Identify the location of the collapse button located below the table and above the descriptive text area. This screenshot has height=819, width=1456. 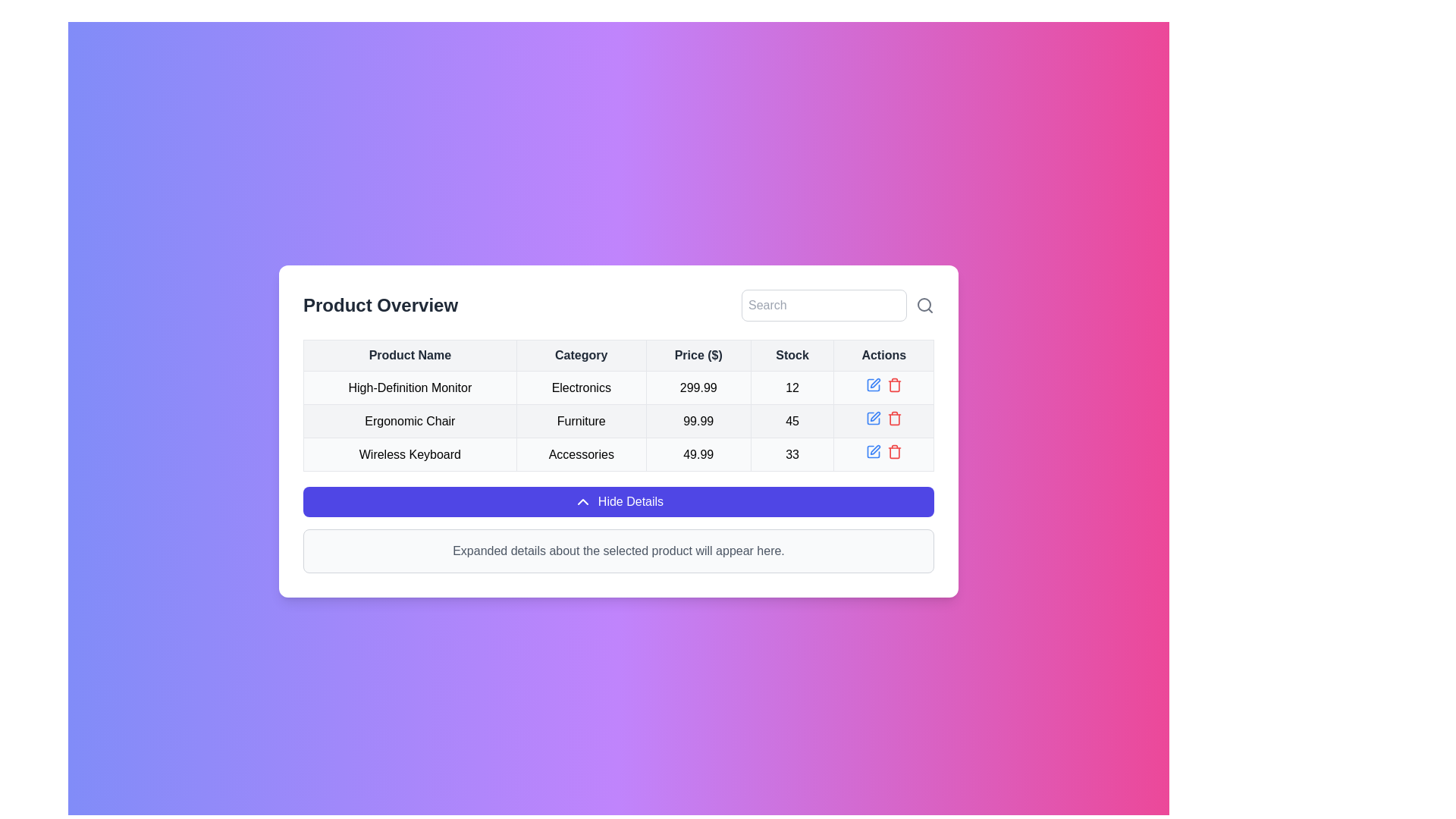
(619, 502).